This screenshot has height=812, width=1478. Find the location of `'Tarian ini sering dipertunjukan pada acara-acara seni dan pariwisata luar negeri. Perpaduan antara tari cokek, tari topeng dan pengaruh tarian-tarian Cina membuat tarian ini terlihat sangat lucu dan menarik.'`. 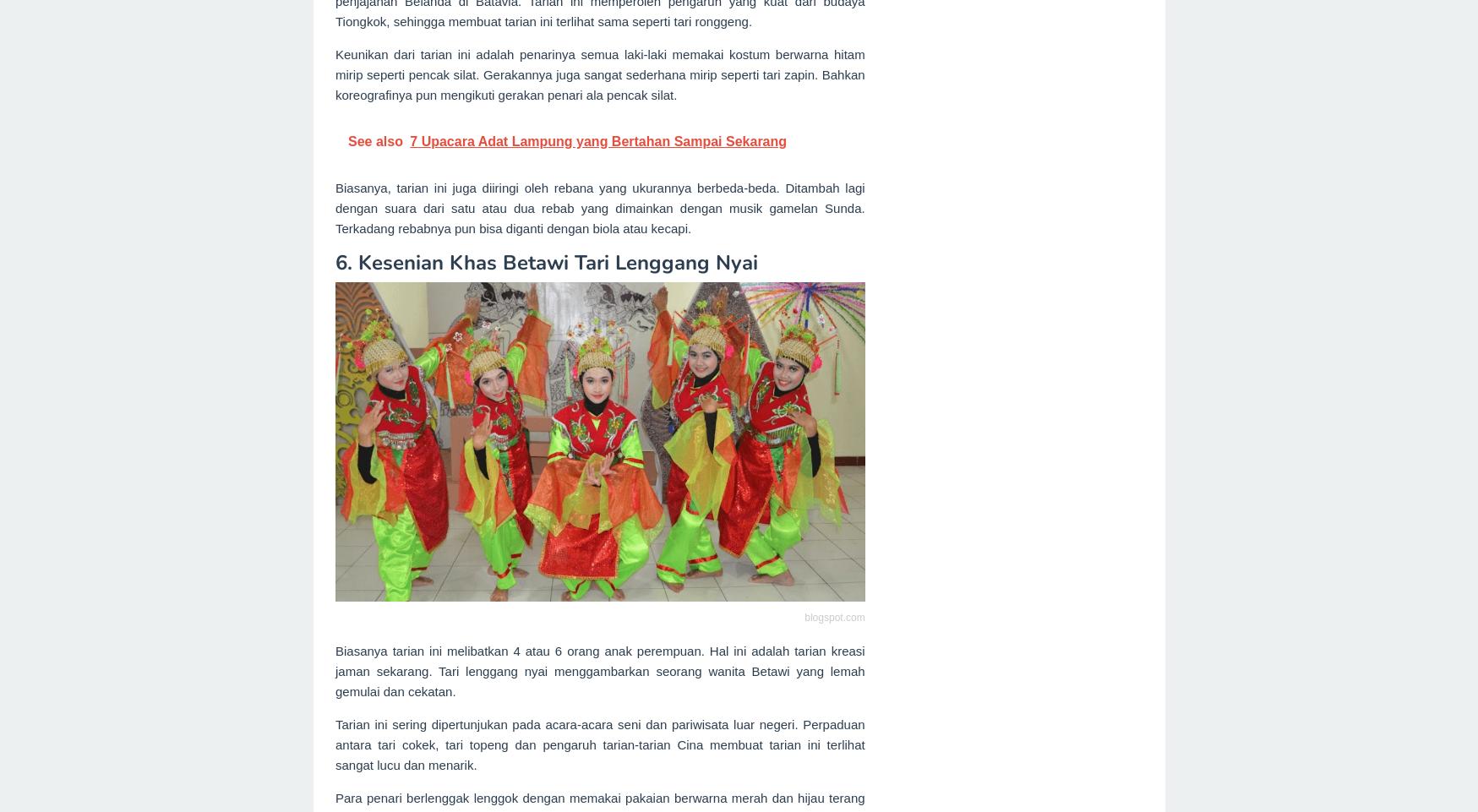

'Tarian ini sering dipertunjukan pada acara-acara seni dan pariwisata luar negeri. Perpaduan antara tari cokek, tari topeng dan pengaruh tarian-tarian Cina membuat tarian ini terlihat sangat lucu dan menarik.' is located at coordinates (598, 744).